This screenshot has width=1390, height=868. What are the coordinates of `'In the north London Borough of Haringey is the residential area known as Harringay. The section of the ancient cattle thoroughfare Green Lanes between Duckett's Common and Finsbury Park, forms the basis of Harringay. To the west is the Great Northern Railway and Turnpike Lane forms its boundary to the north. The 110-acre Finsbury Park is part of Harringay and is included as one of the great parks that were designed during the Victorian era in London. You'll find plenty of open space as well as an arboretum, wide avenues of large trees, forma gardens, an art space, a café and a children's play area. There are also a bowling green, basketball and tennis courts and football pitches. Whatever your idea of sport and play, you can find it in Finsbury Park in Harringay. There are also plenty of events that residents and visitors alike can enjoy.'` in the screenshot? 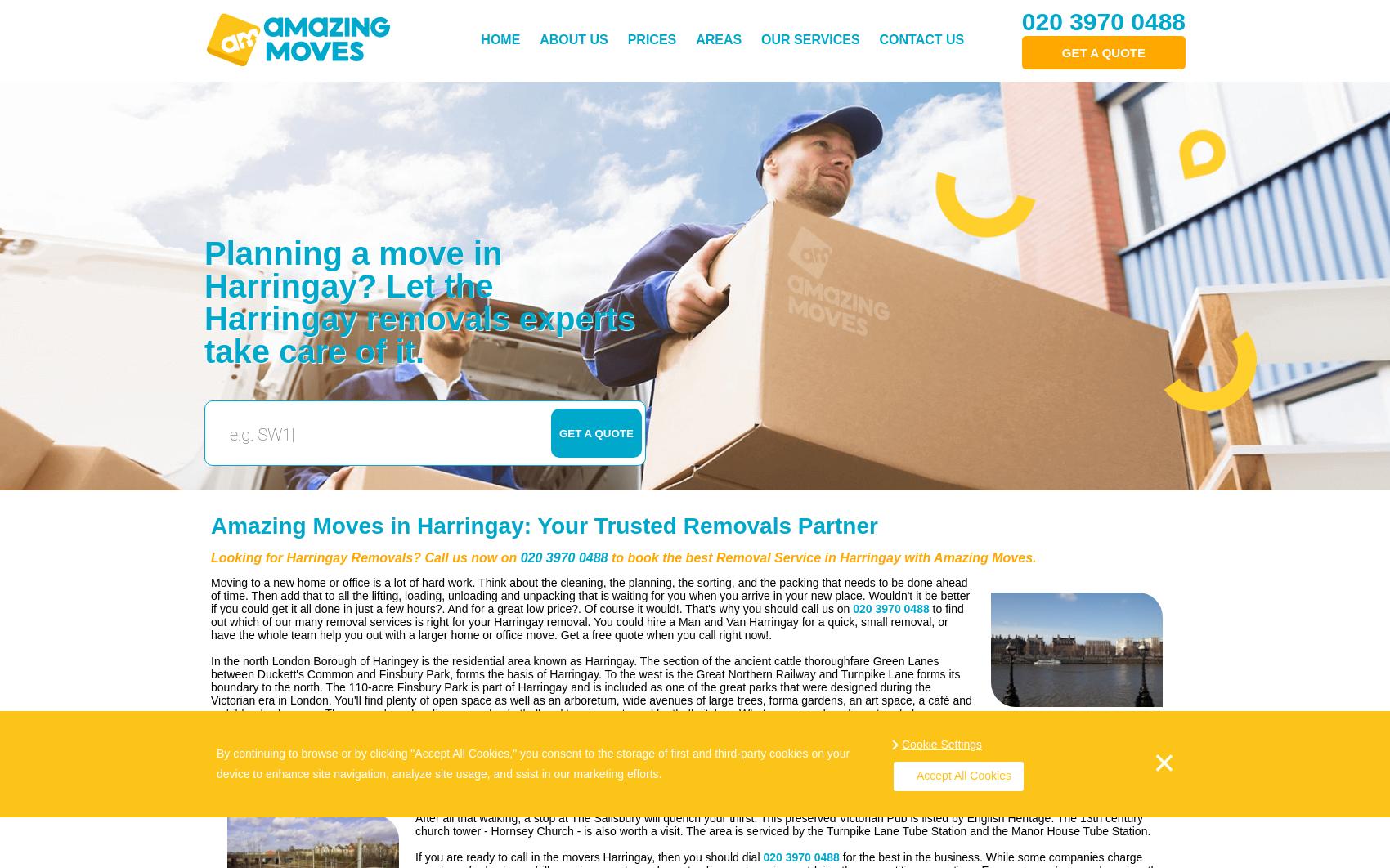 It's located at (591, 692).